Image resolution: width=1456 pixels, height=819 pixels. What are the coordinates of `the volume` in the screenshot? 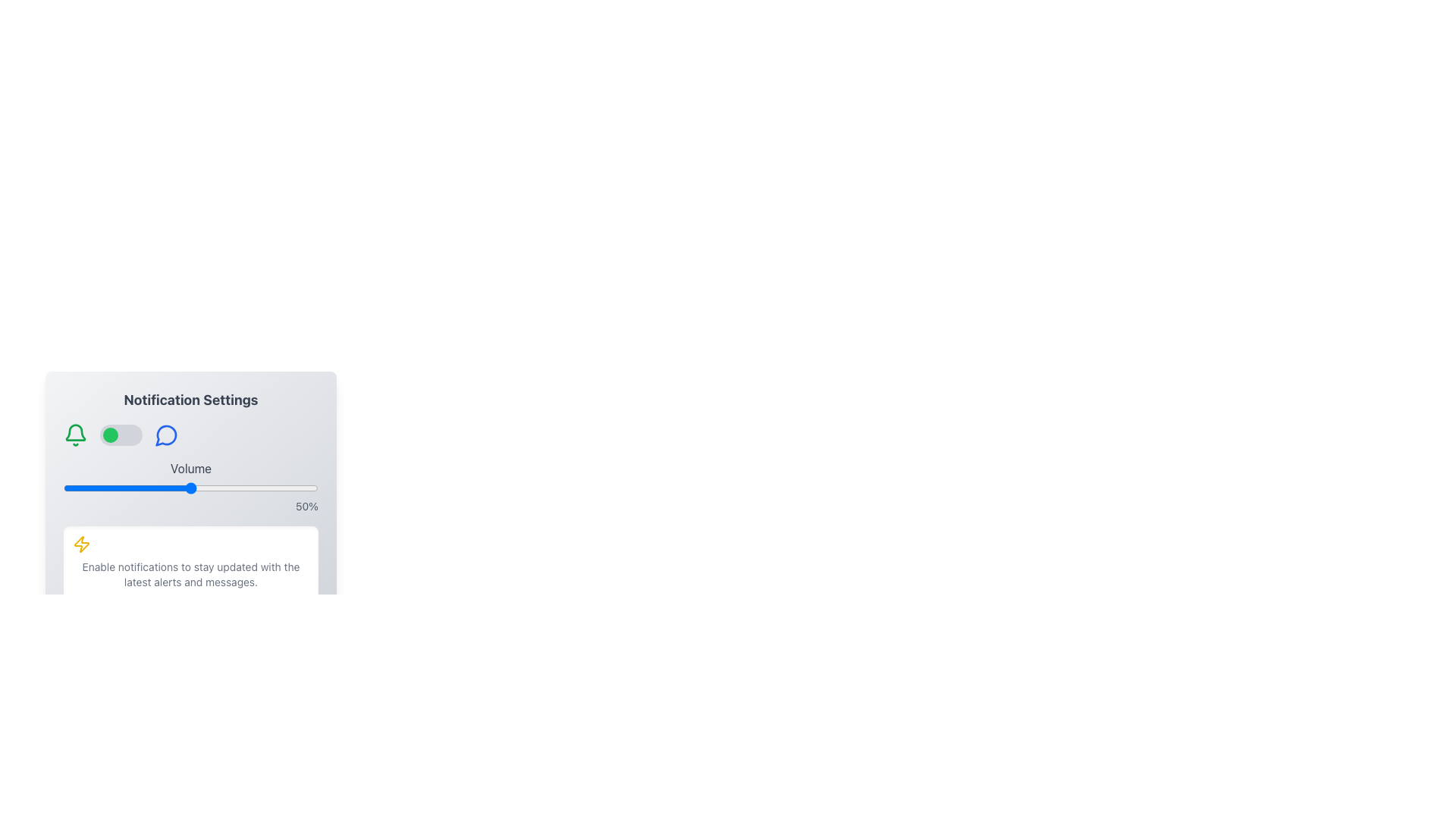 It's located at (300, 488).